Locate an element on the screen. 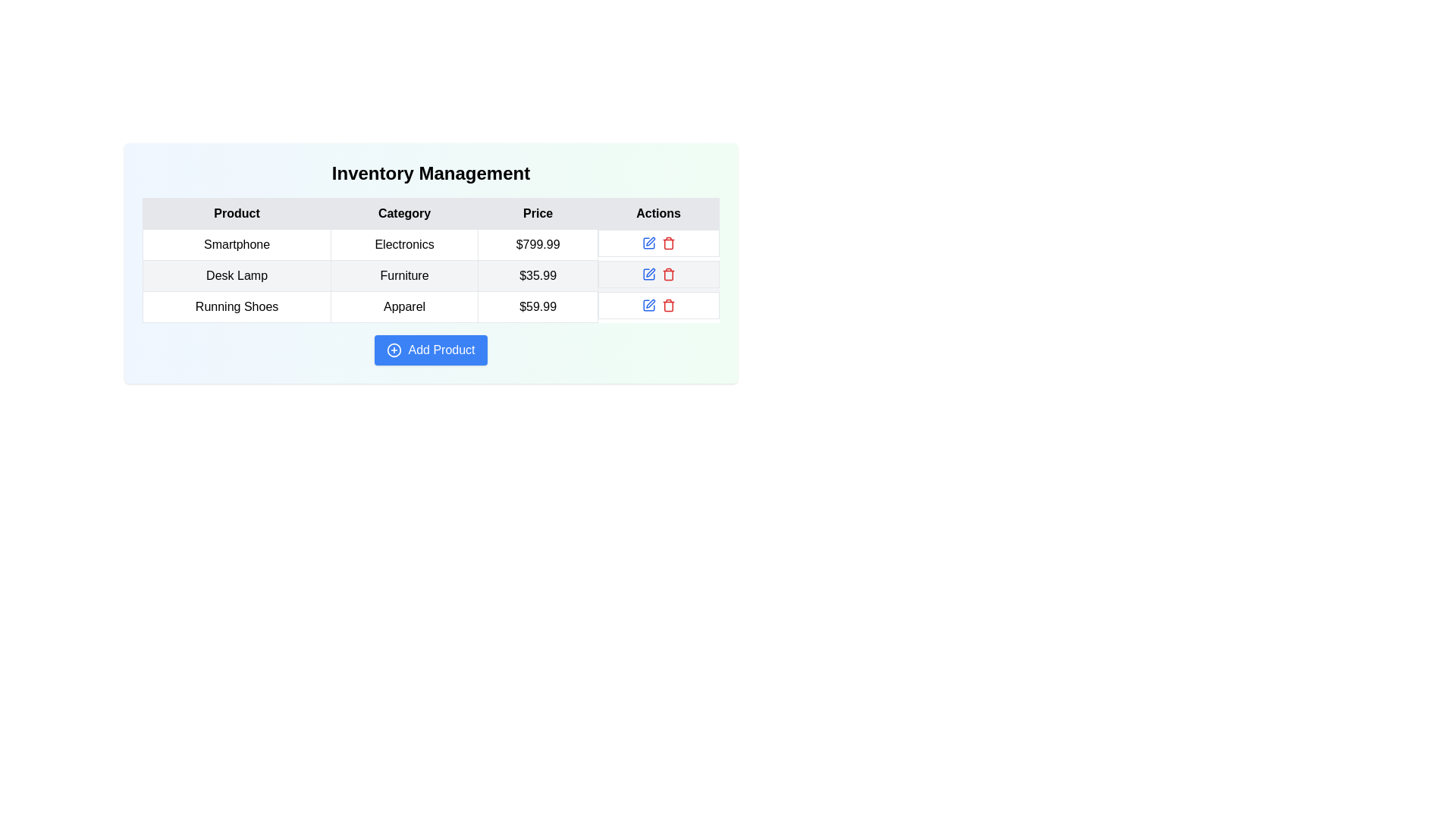 This screenshot has width=1456, height=819. the static text display cell showing the price '$35.99' in the second row and third column of the inventory management table is located at coordinates (538, 275).